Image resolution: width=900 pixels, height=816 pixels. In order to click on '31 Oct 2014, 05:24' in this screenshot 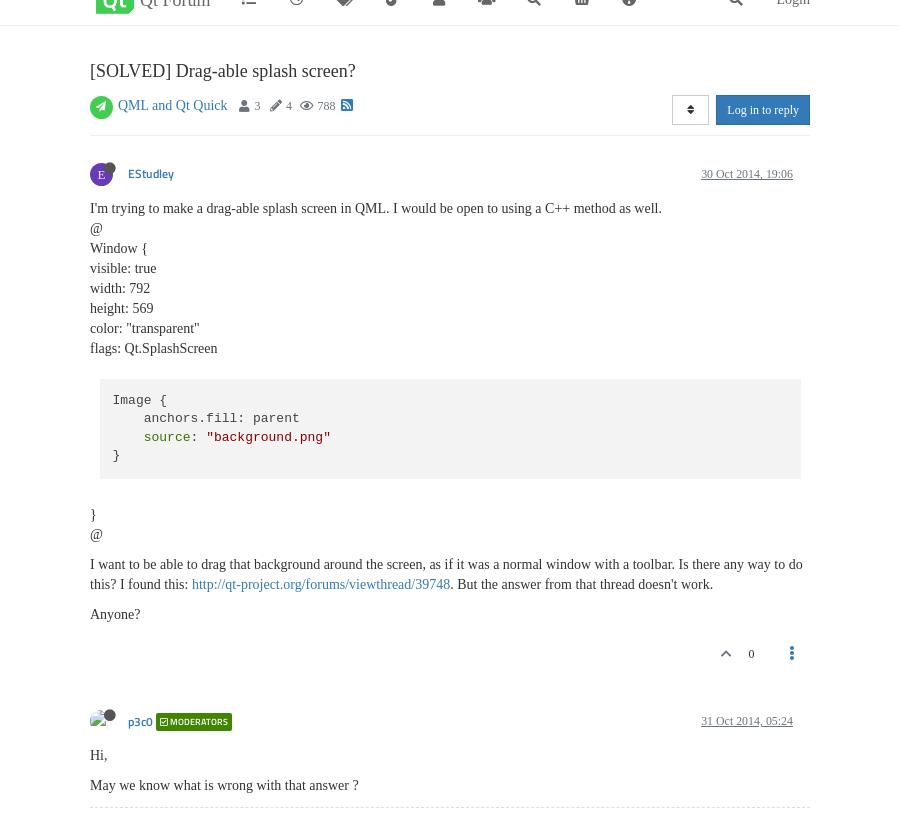, I will do `click(746, 721)`.